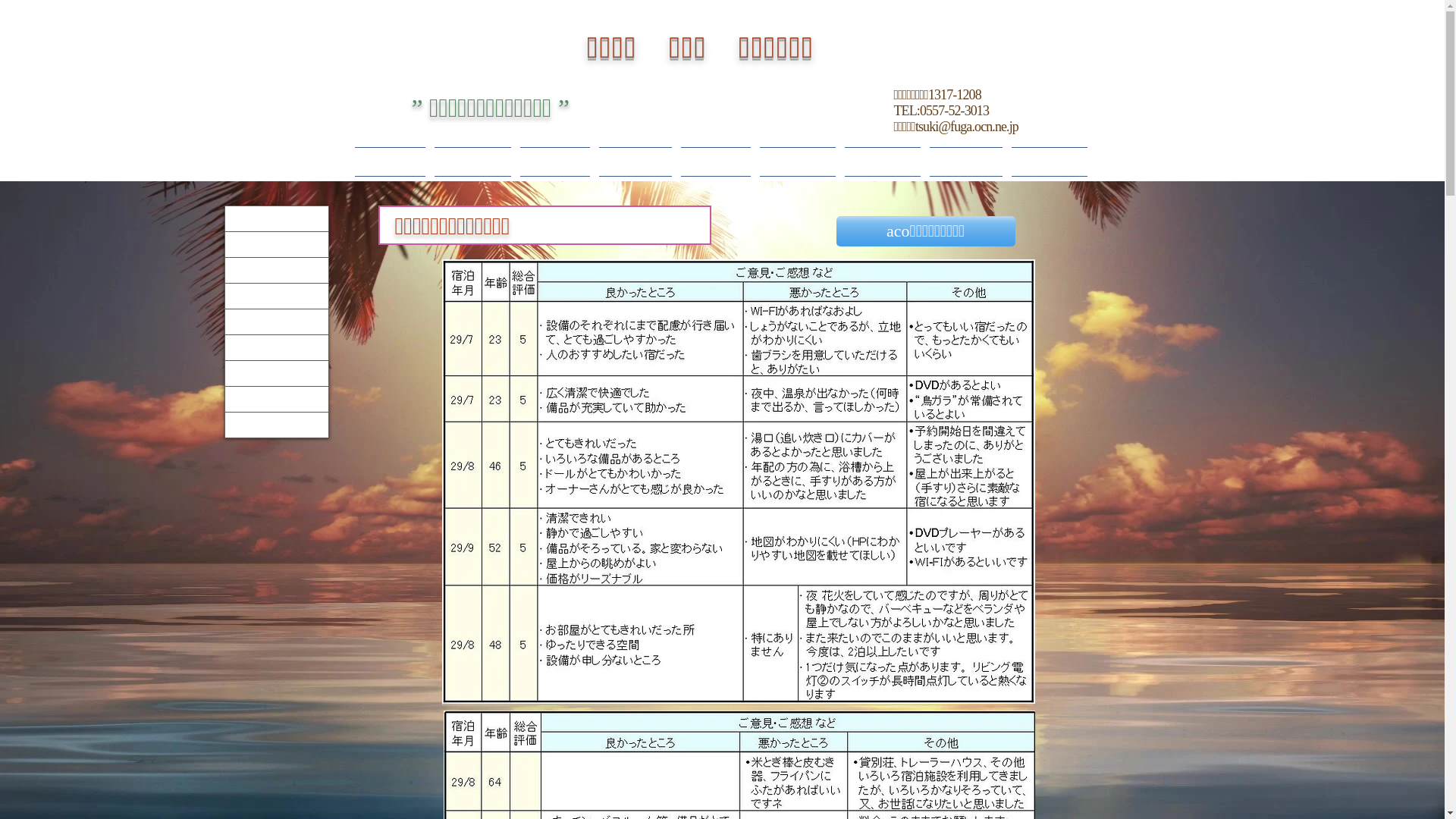 Image resolution: width=1456 pixels, height=819 pixels. I want to click on 'tsuki@fuga.ocn.ne.jp', so click(966, 125).